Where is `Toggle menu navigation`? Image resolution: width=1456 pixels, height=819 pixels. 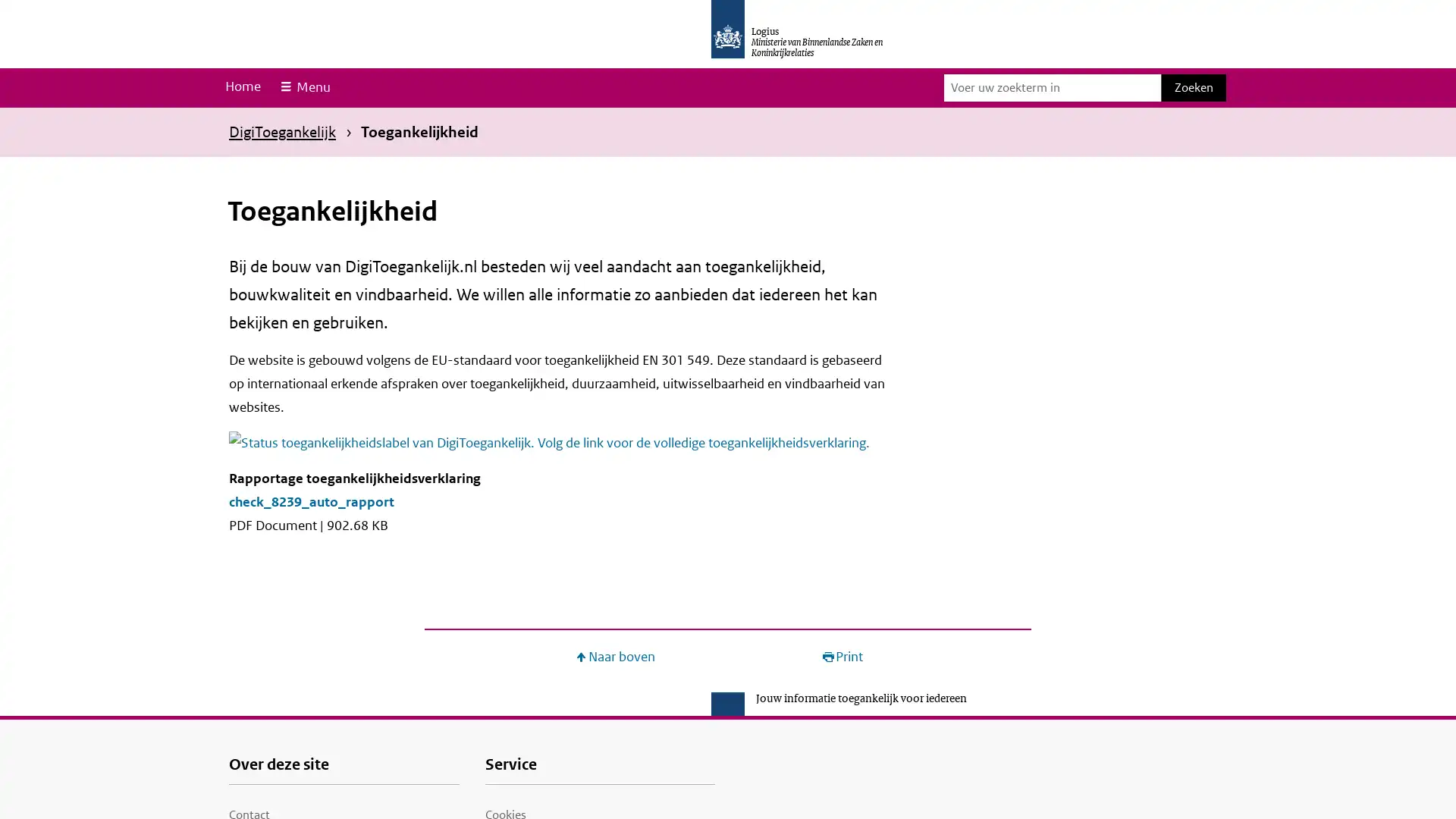 Toggle menu navigation is located at coordinates (303, 87).